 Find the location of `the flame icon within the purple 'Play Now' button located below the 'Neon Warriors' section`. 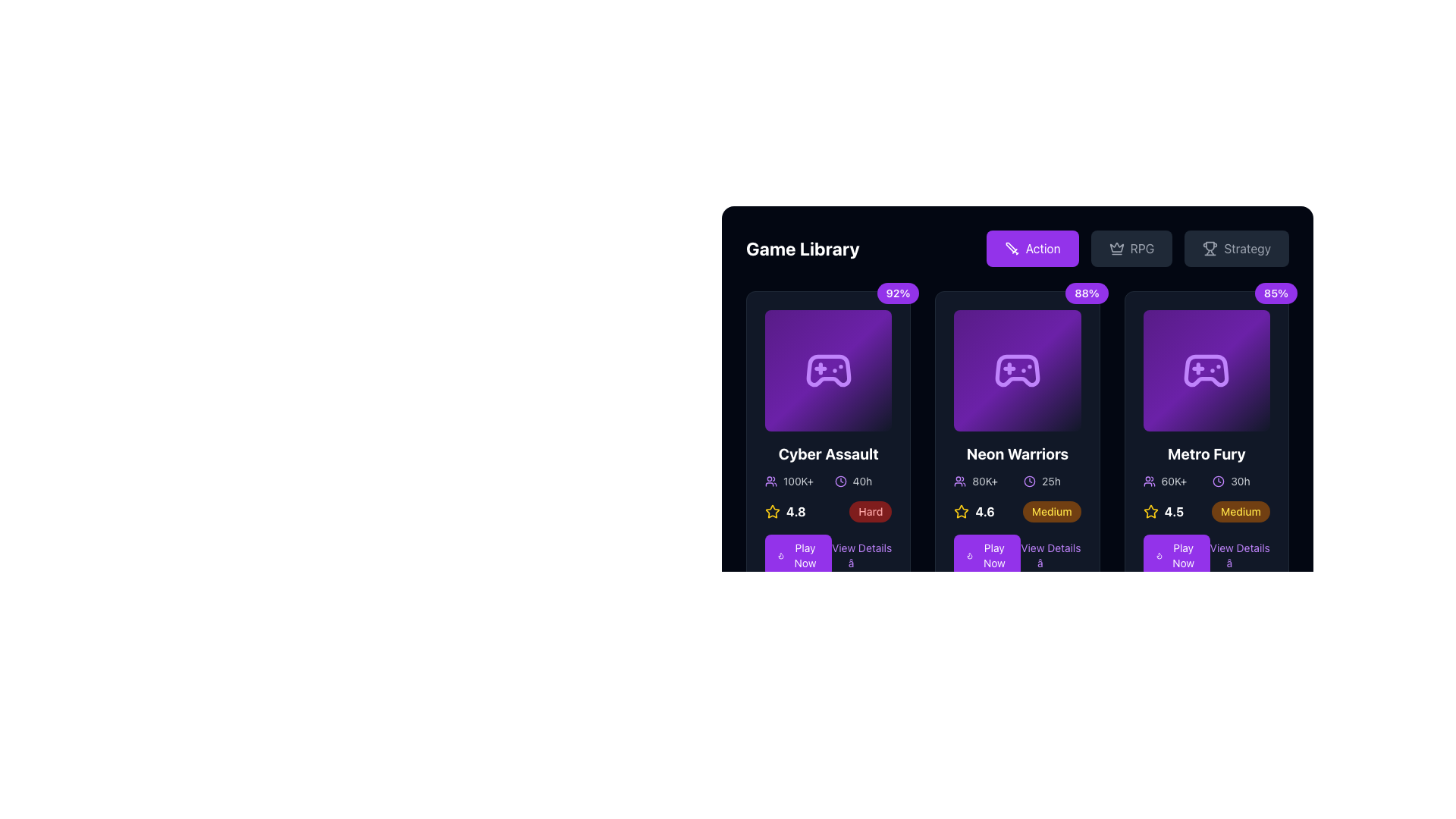

the flame icon within the purple 'Play Now' button located below the 'Neon Warriors' section is located at coordinates (969, 555).